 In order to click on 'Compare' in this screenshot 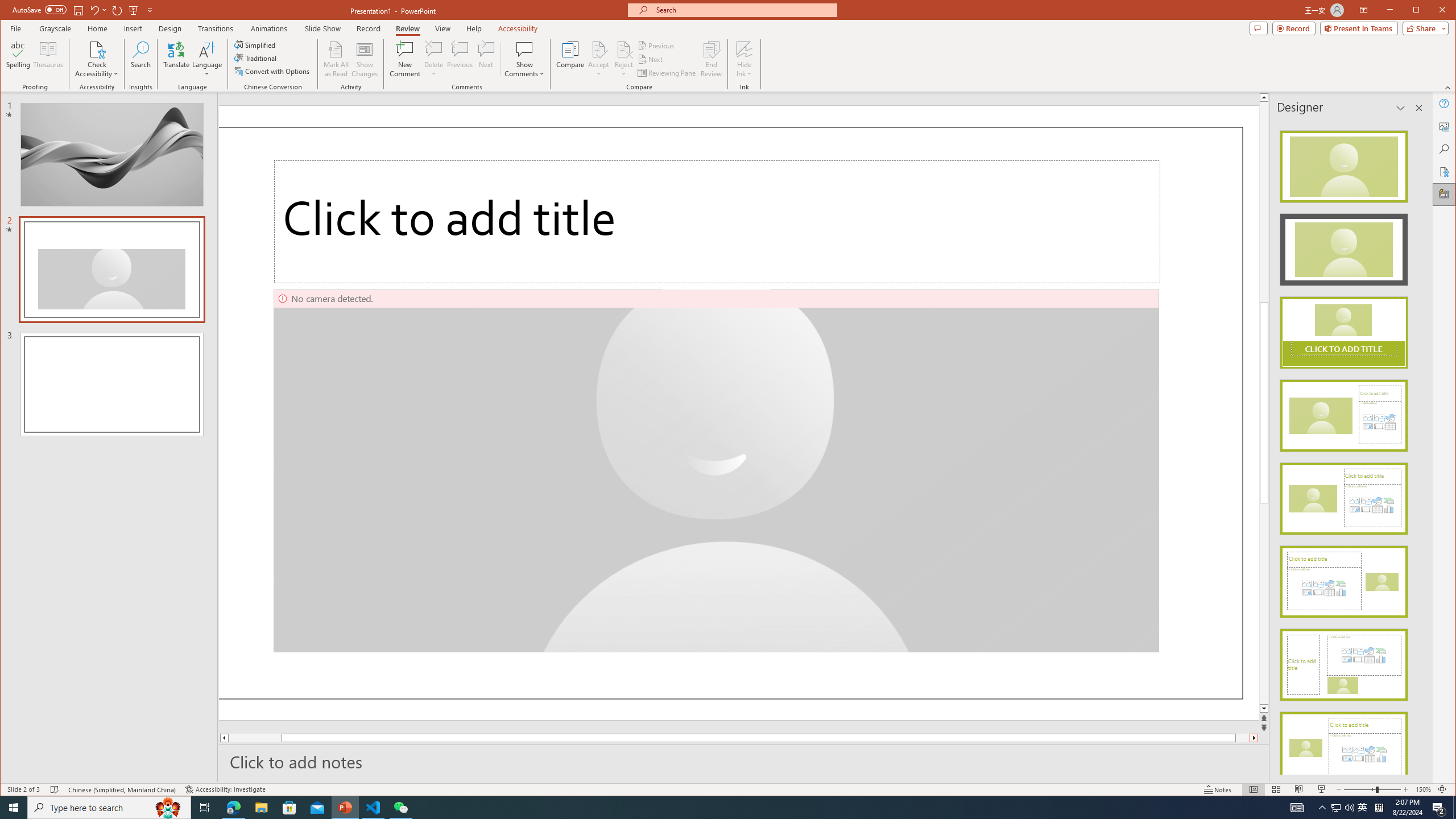, I will do `click(570, 59)`.